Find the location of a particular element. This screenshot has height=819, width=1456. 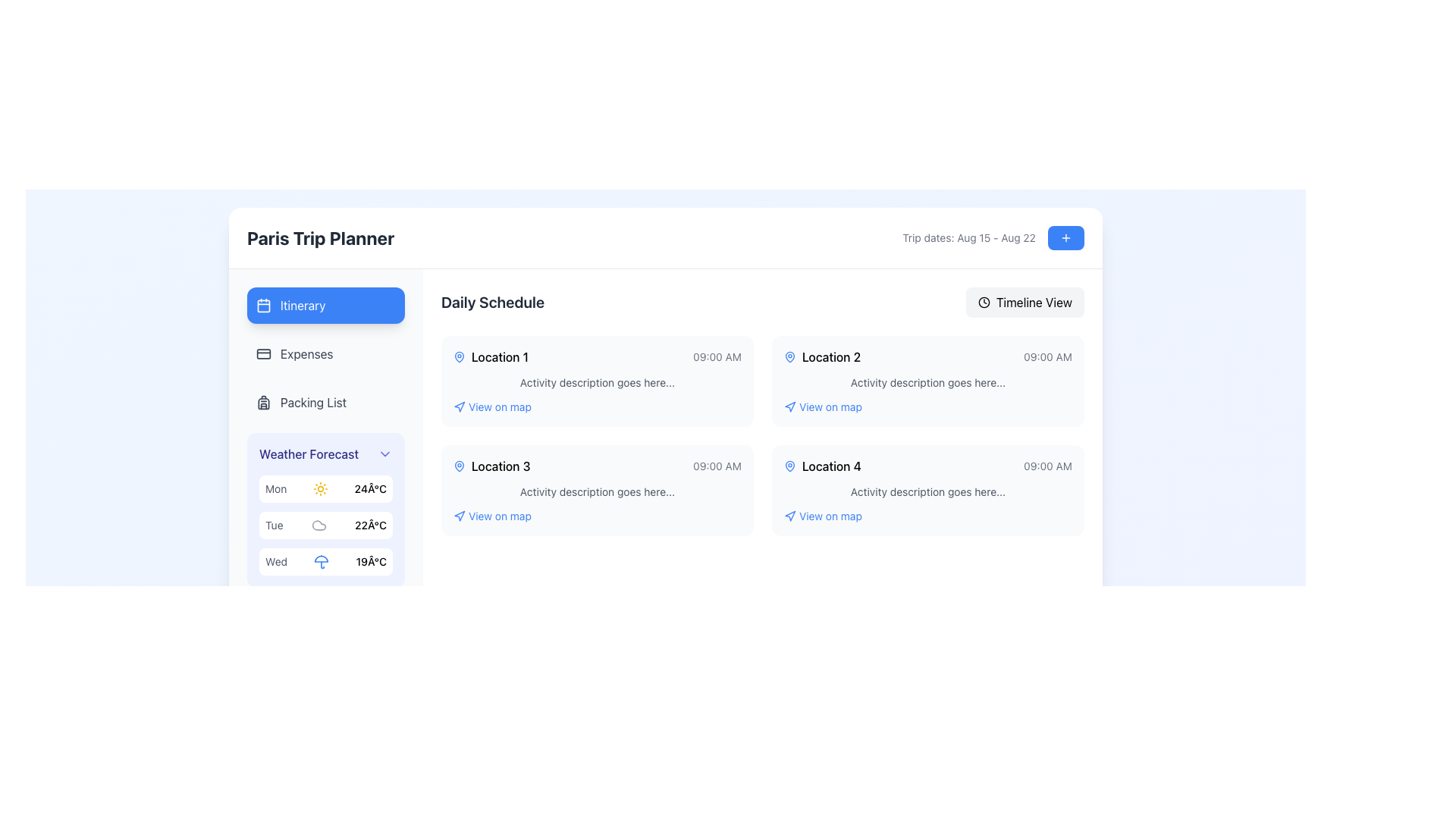

the interactive link or button labeled 'Location 4' within the fourth card of the 'Daily Schedule' section to visualize its clickable nature is located at coordinates (927, 516).